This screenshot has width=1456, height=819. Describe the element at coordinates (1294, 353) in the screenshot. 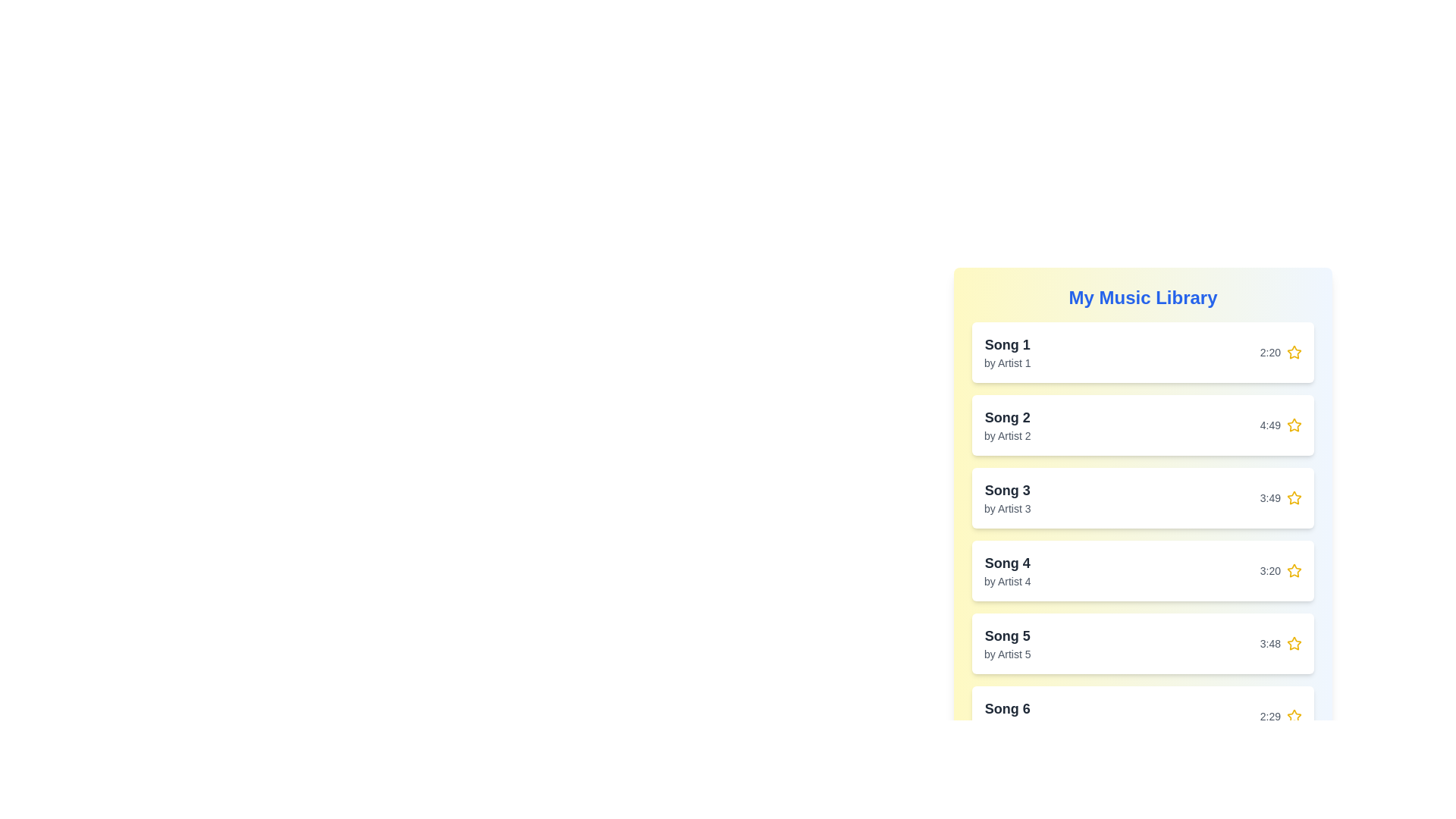

I see `the yellow outlined star icon next to the '2:20' timestamp in the 'Song 1' row to favorite the song` at that location.